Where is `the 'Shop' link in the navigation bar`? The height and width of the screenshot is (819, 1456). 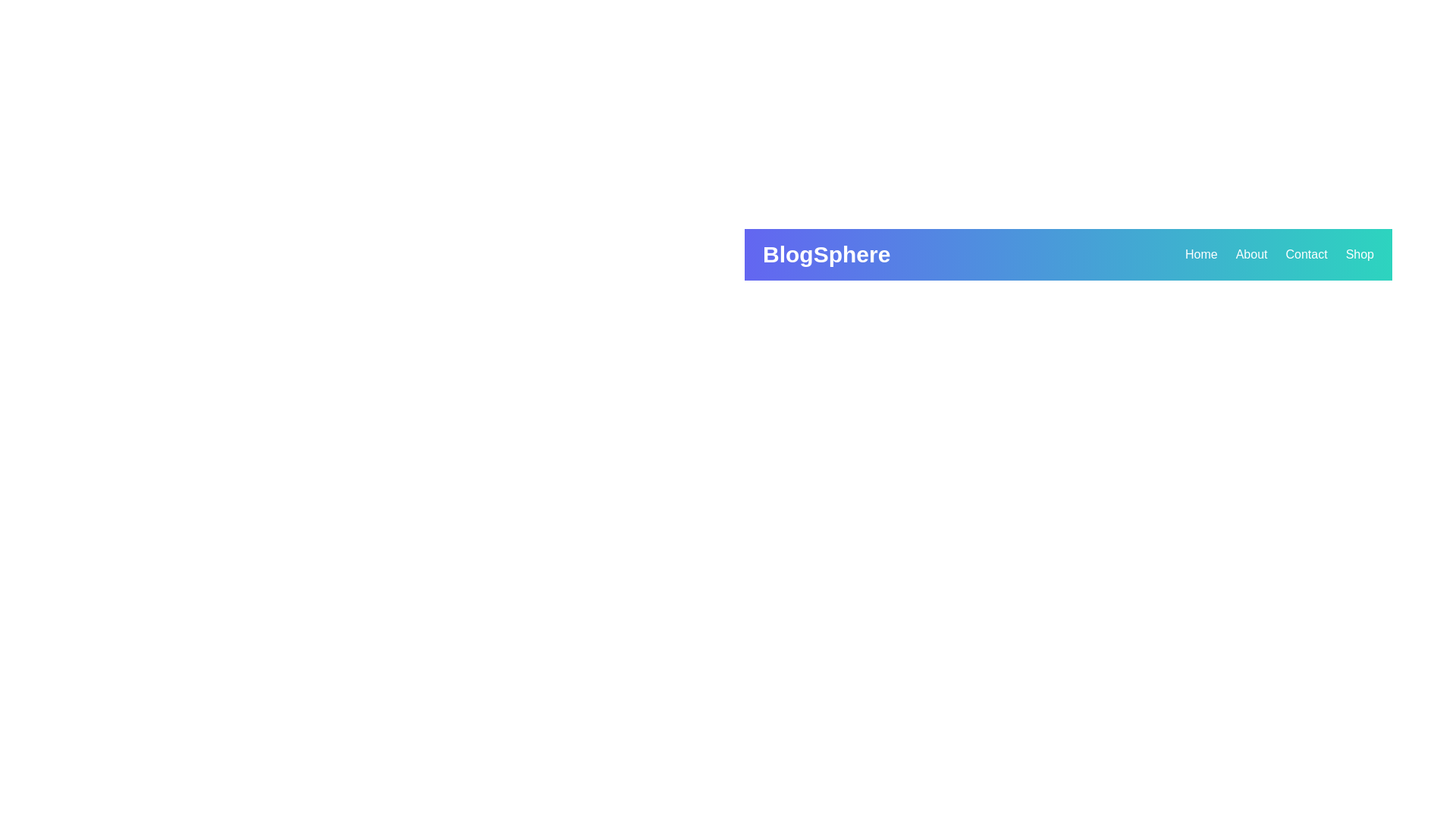
the 'Shop' link in the navigation bar is located at coordinates (1360, 253).